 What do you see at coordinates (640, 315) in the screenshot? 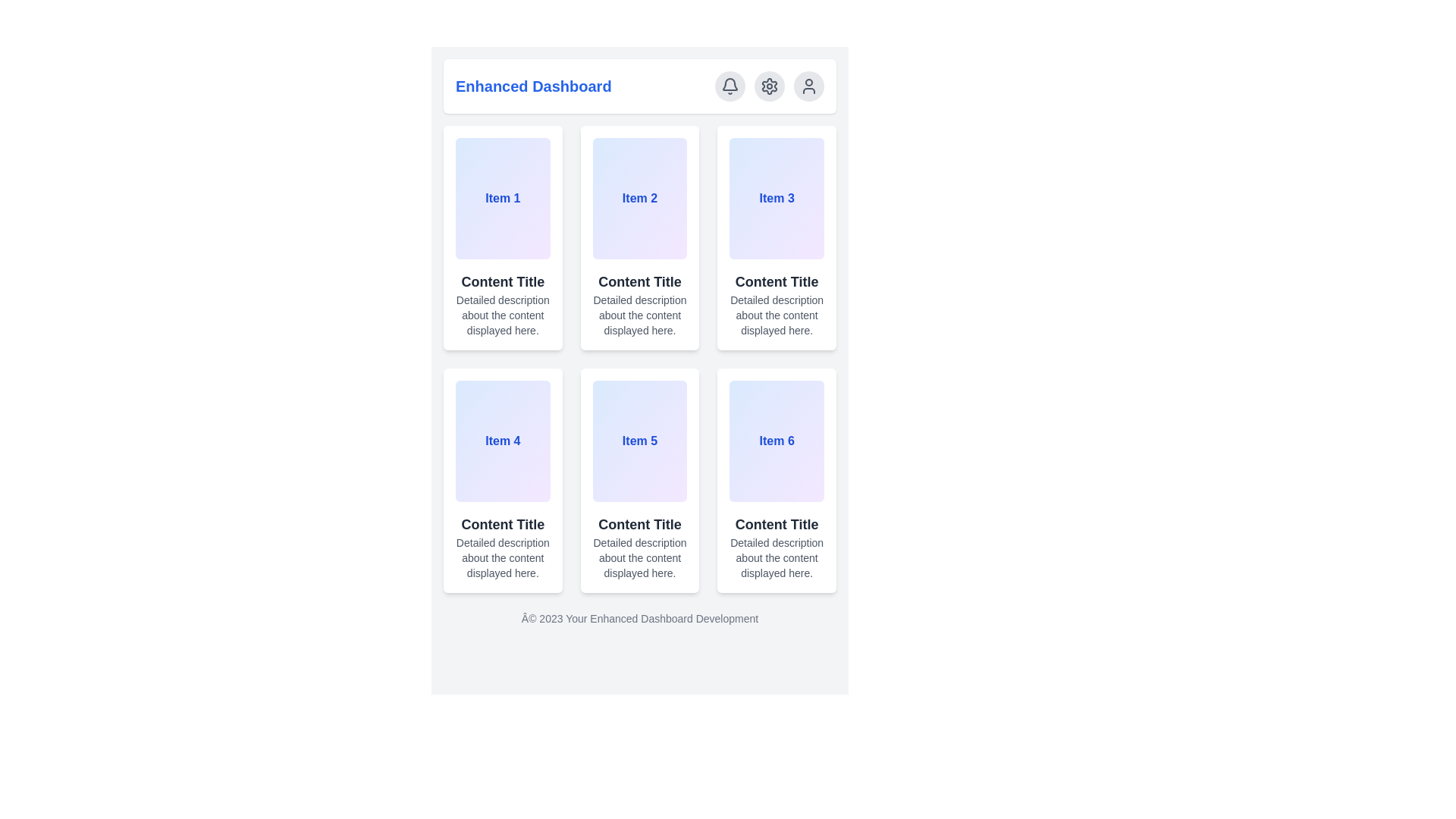
I see `the static text element displaying 'Detailed description about the content displayed here.' located in the second card of the first row under 'Content Title'` at bounding box center [640, 315].